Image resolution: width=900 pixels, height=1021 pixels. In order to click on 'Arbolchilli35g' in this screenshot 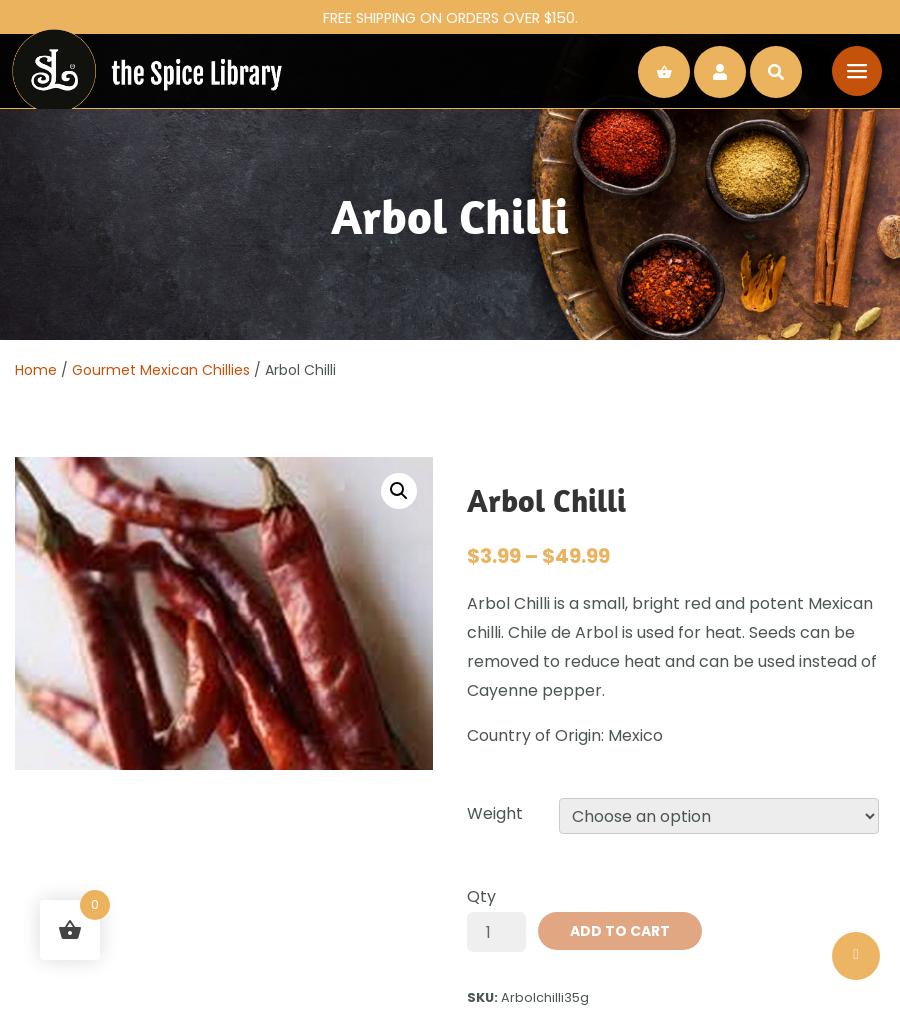, I will do `click(544, 997)`.